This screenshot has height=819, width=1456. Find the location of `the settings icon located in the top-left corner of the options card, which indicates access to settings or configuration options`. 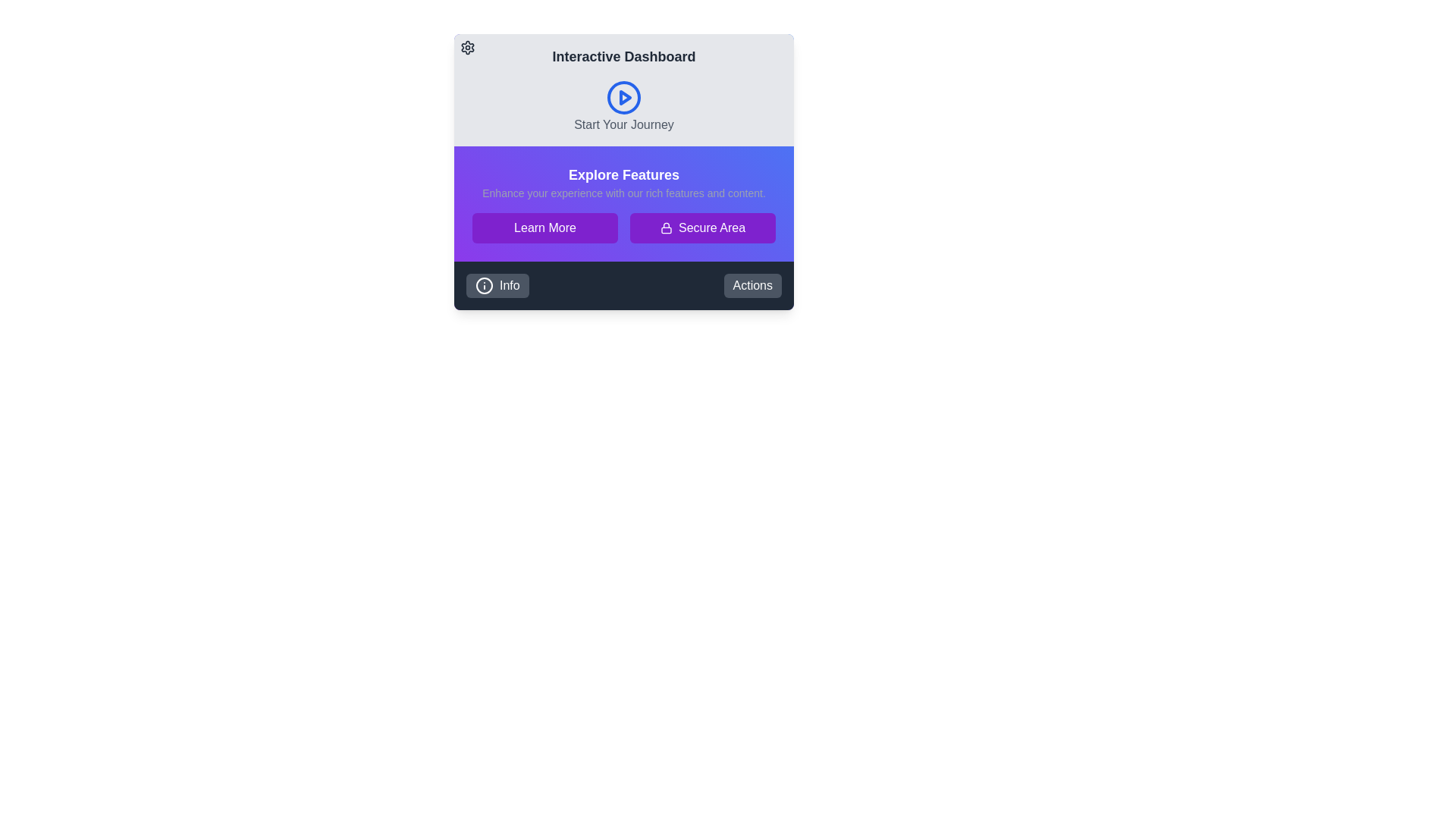

the settings icon located in the top-left corner of the options card, which indicates access to settings or configuration options is located at coordinates (467, 46).